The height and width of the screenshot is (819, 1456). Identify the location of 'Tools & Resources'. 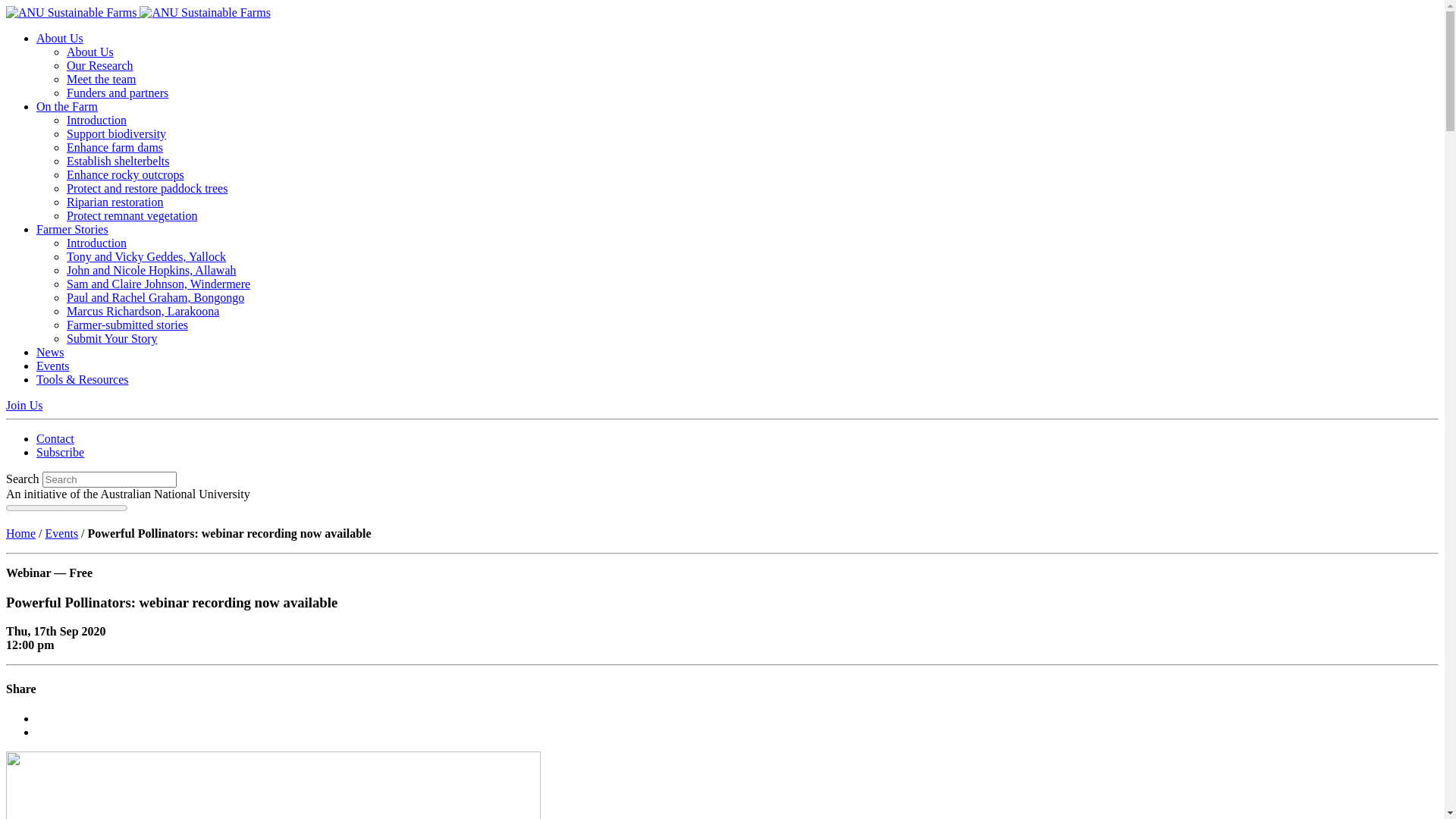
(82, 378).